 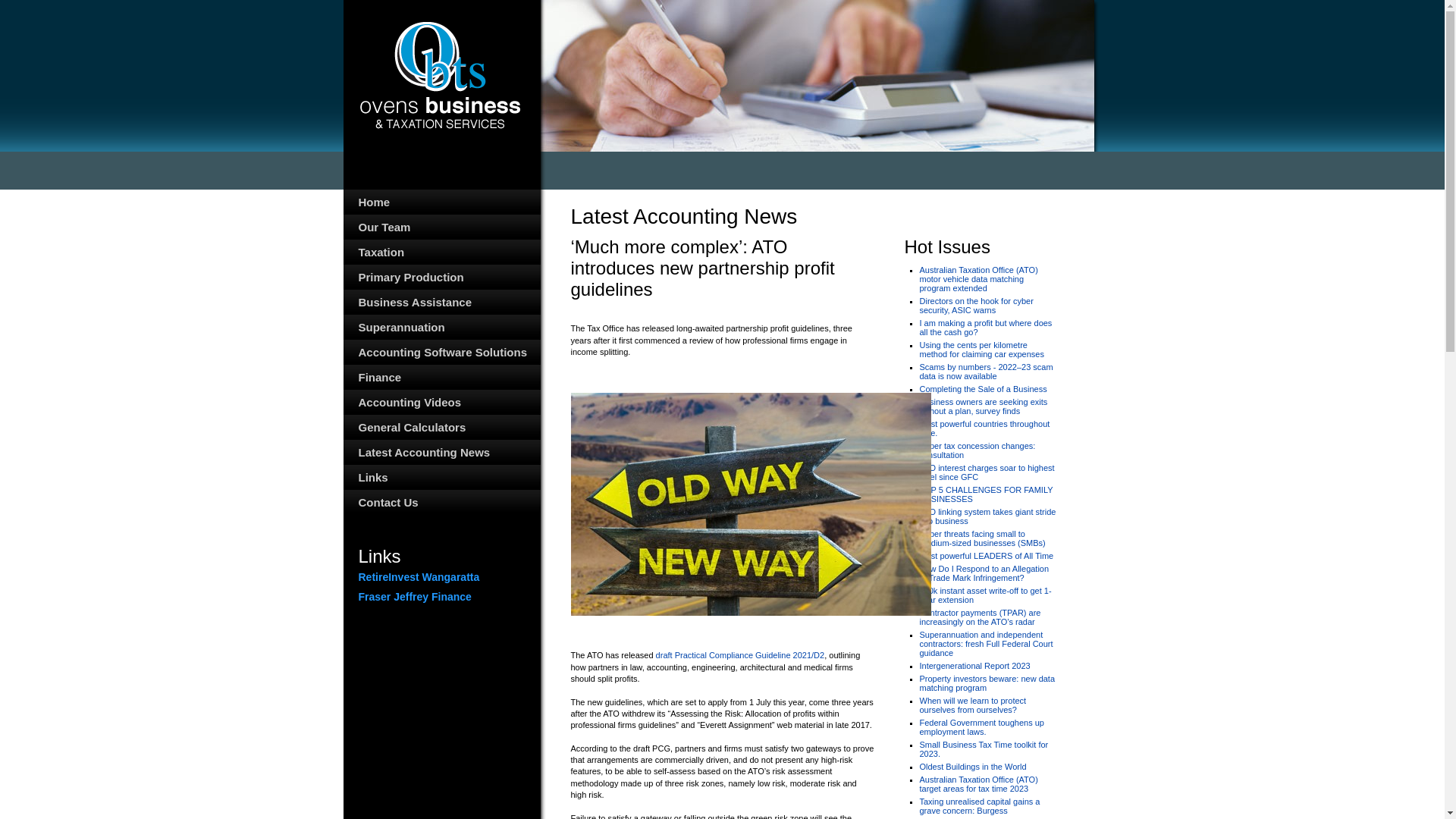 I want to click on 'draft Practical Compliance Guideline 2021/D2', so click(x=740, y=654).